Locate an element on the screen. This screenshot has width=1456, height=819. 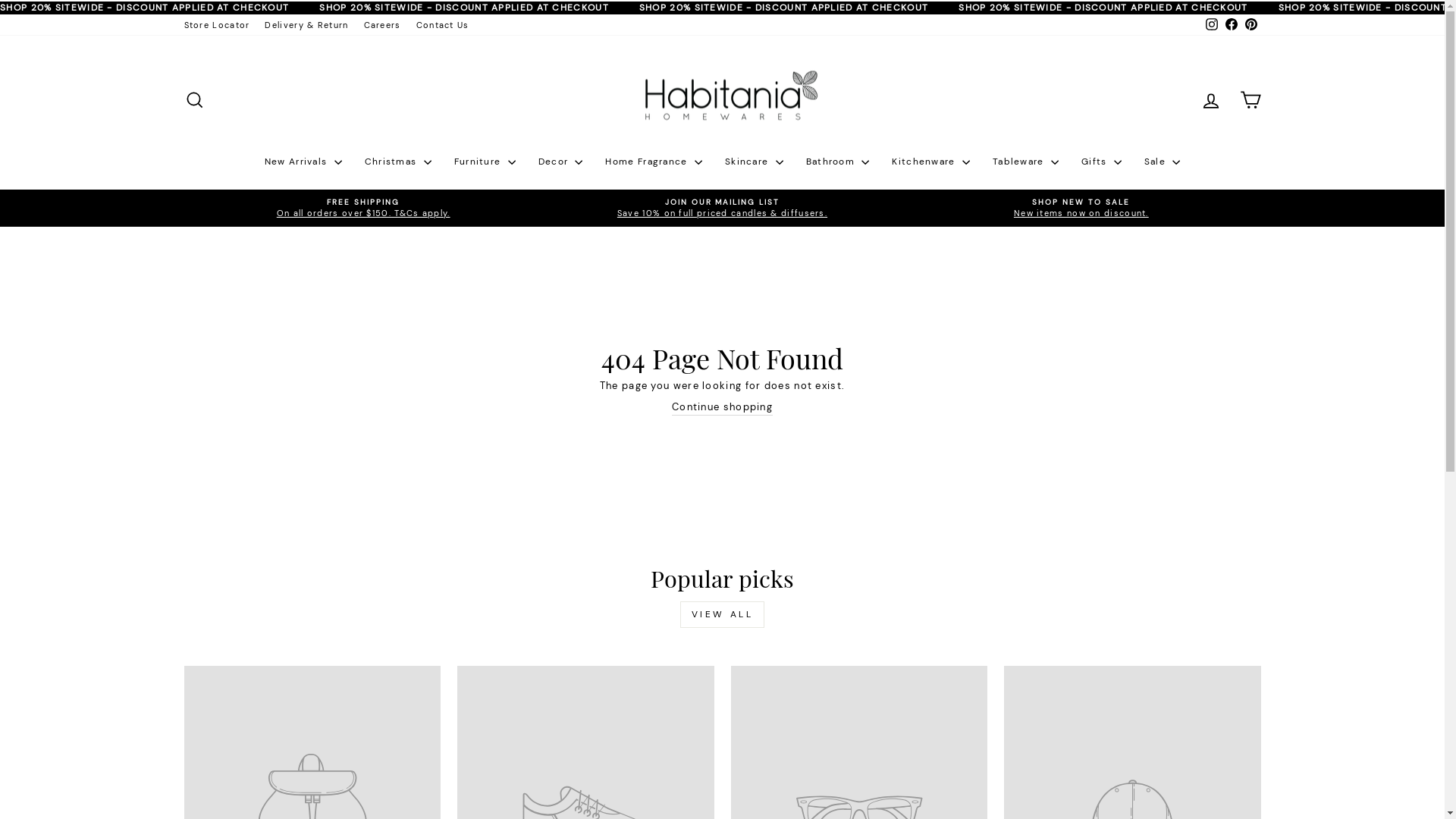
'Store Locator' is located at coordinates (175, 25).